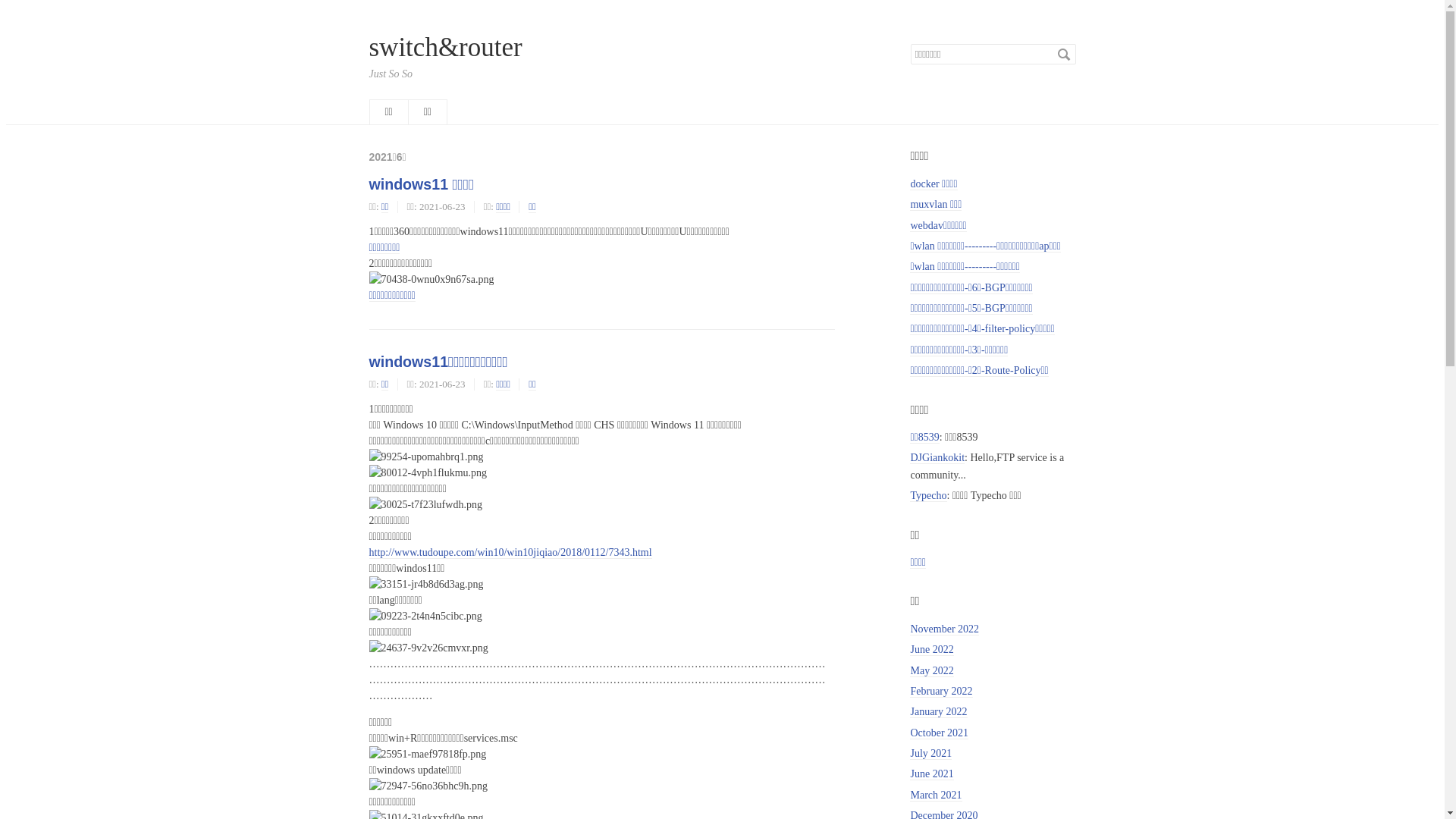 The width and height of the screenshot is (1456, 819). What do you see at coordinates (510, 553) in the screenshot?
I see `'http://www.tudoupe.com/win10/win10jiqiao/2018/0112/7343.html'` at bounding box center [510, 553].